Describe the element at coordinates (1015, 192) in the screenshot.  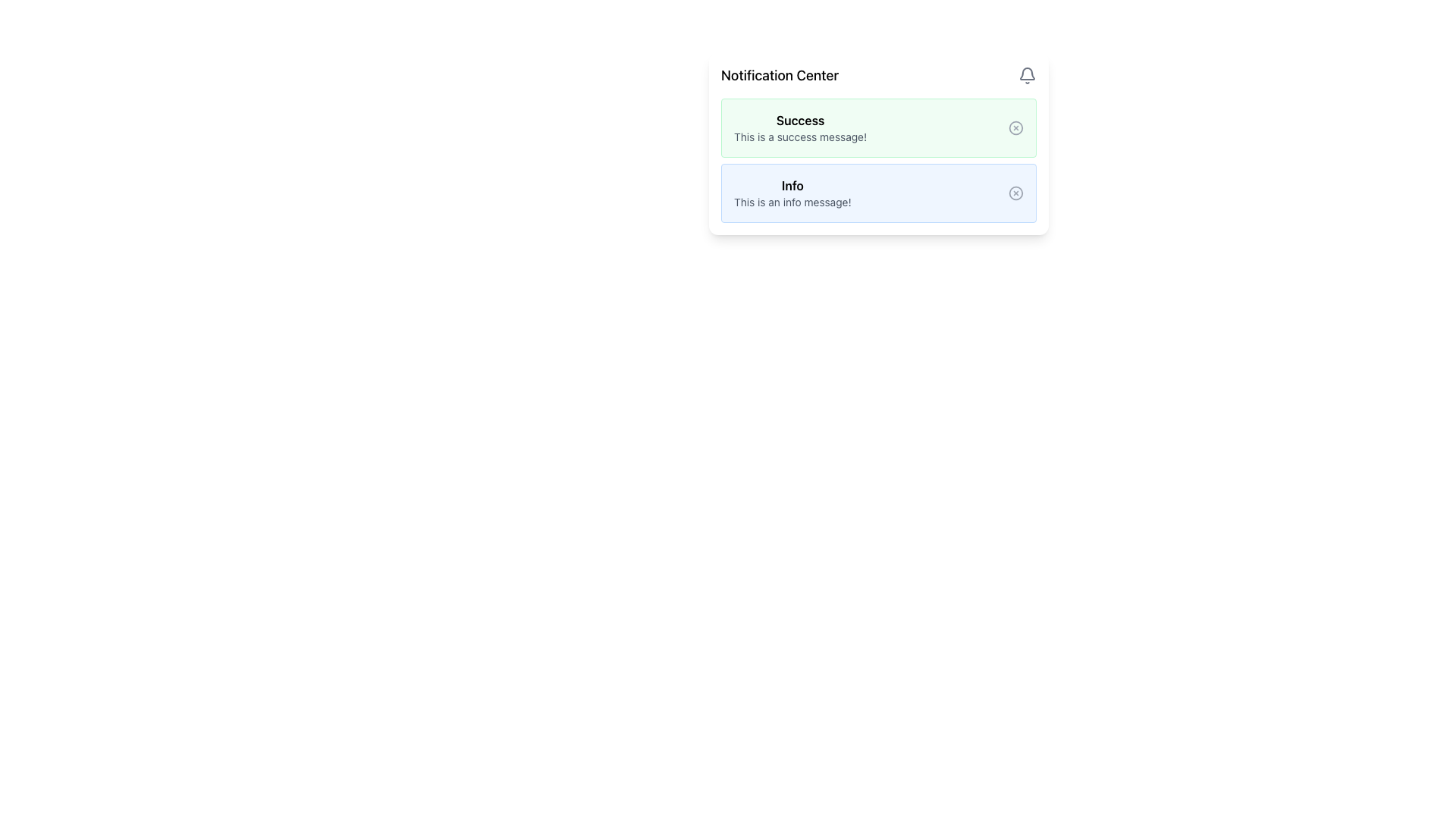
I see `the outer circular component of the delete icon located in the top-right corner of the 'Info' message box` at that location.